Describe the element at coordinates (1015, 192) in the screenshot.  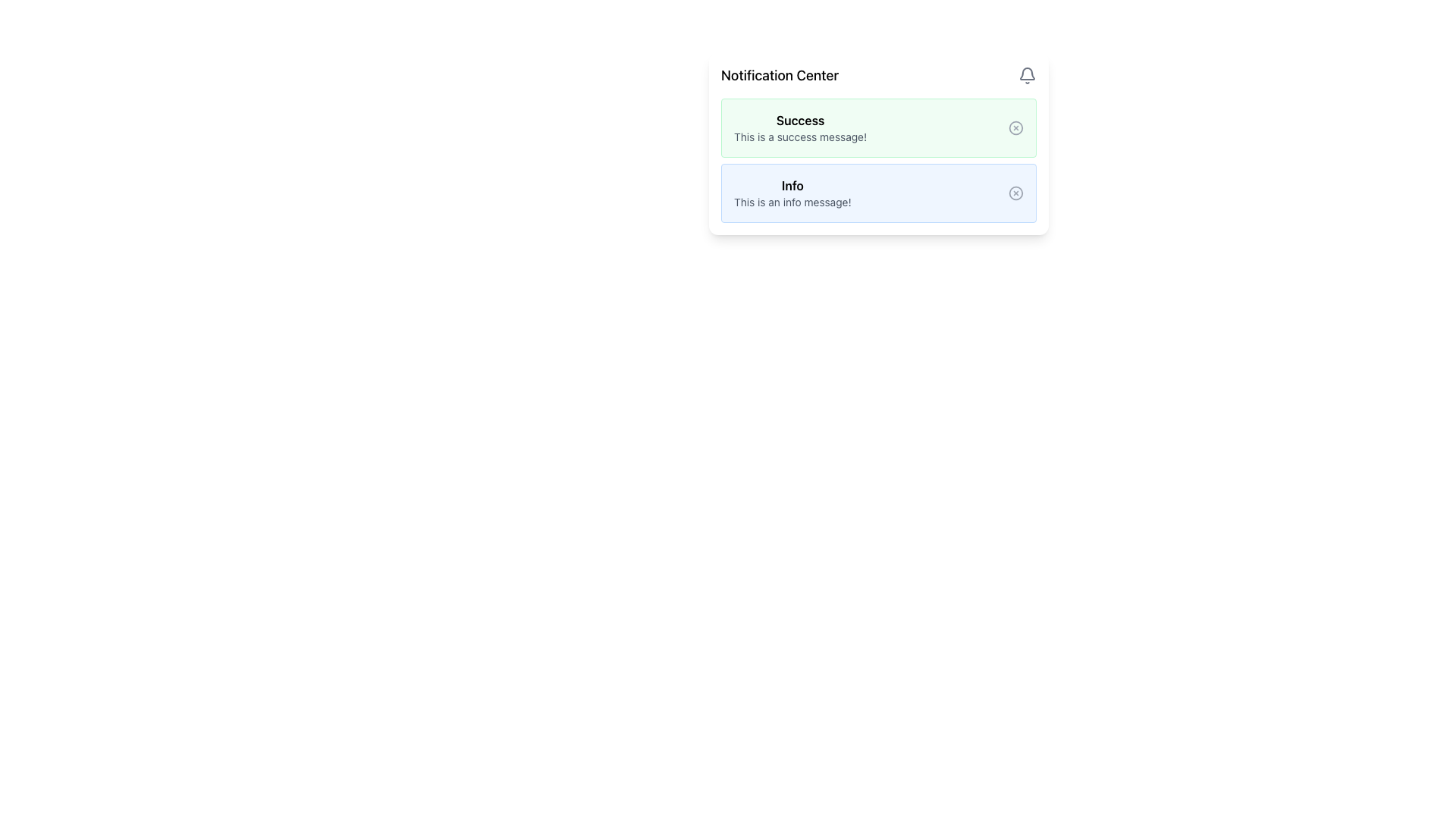
I see `the outer circular component of the delete icon located in the top-right corner of the 'Info' message box` at that location.